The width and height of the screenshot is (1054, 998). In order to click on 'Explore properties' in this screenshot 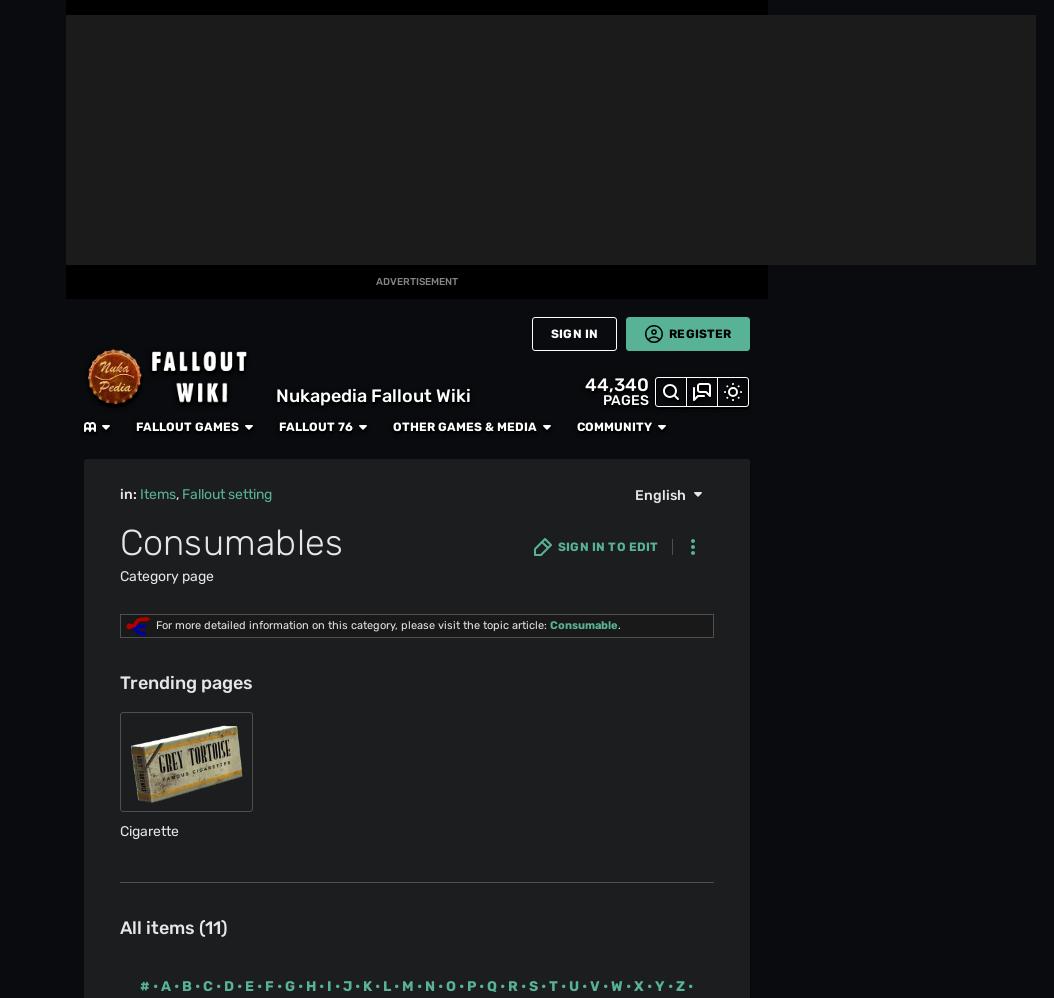, I will do `click(151, 766)`.